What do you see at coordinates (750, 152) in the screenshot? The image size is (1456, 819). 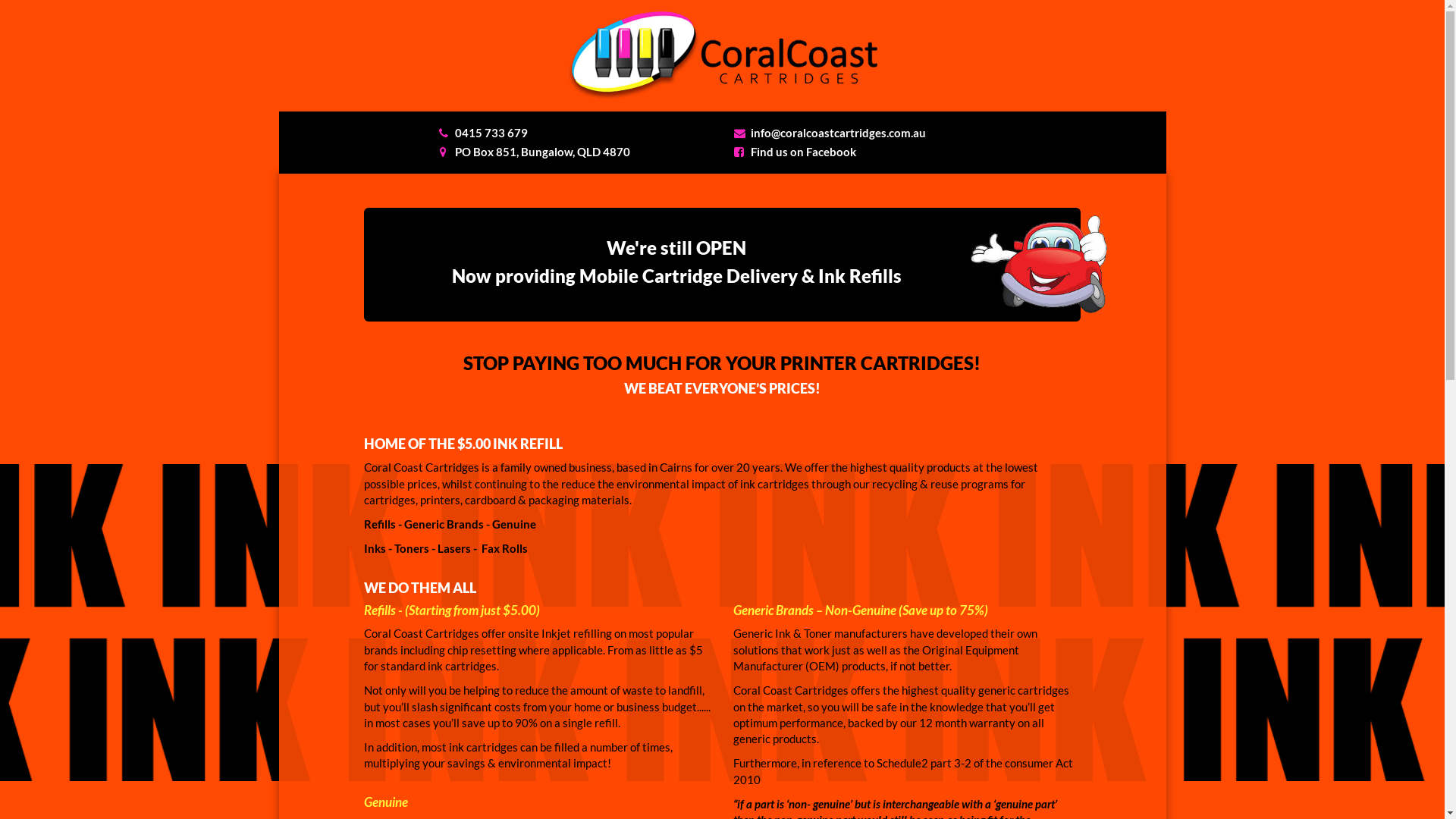 I see `'Find us on Facebook'` at bounding box center [750, 152].